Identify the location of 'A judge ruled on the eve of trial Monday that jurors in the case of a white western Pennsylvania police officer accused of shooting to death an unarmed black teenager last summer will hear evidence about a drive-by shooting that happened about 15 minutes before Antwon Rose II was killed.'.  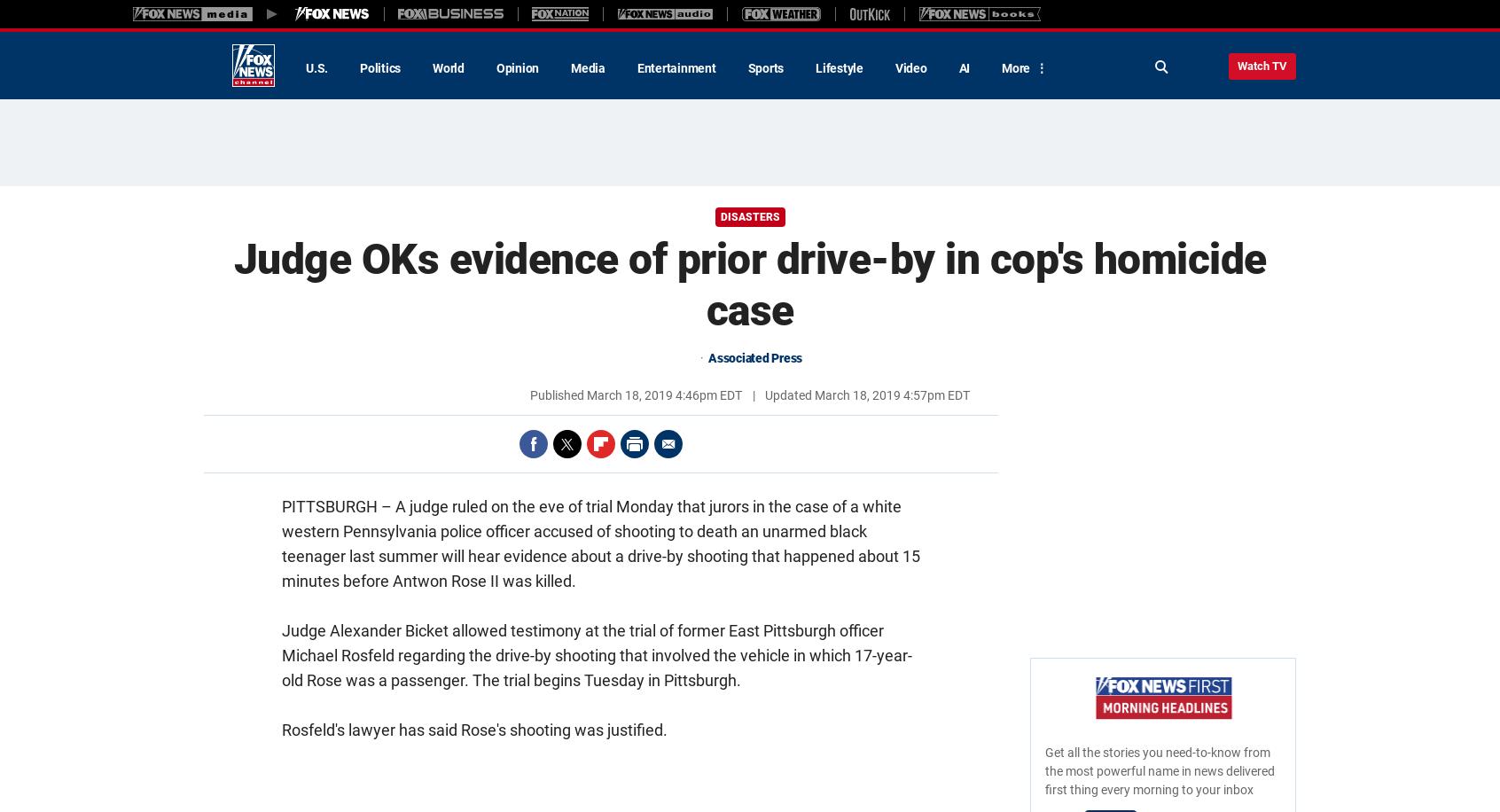
(600, 543).